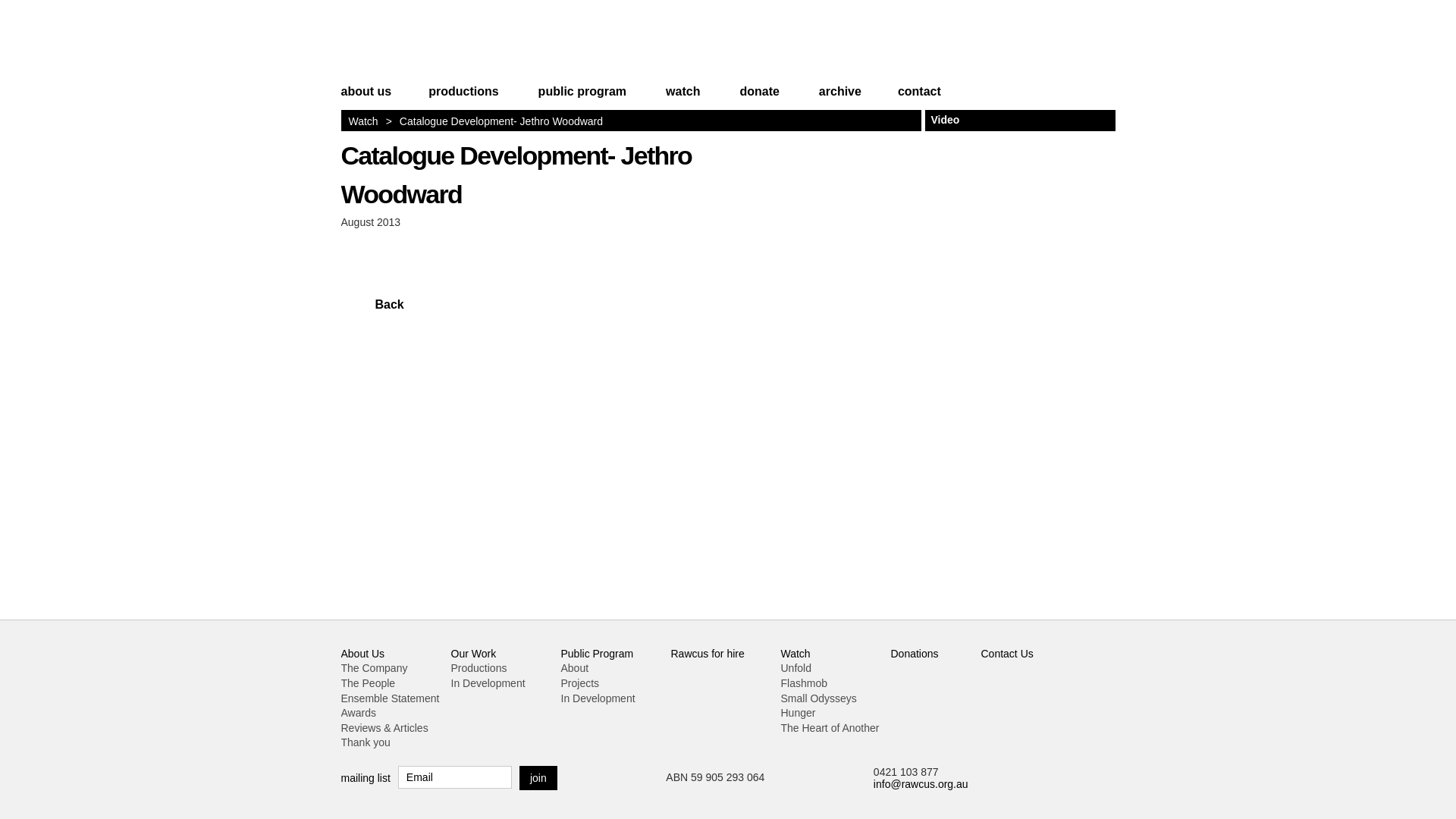 This screenshot has height=819, width=1456. I want to click on 'Watch', so click(362, 120).